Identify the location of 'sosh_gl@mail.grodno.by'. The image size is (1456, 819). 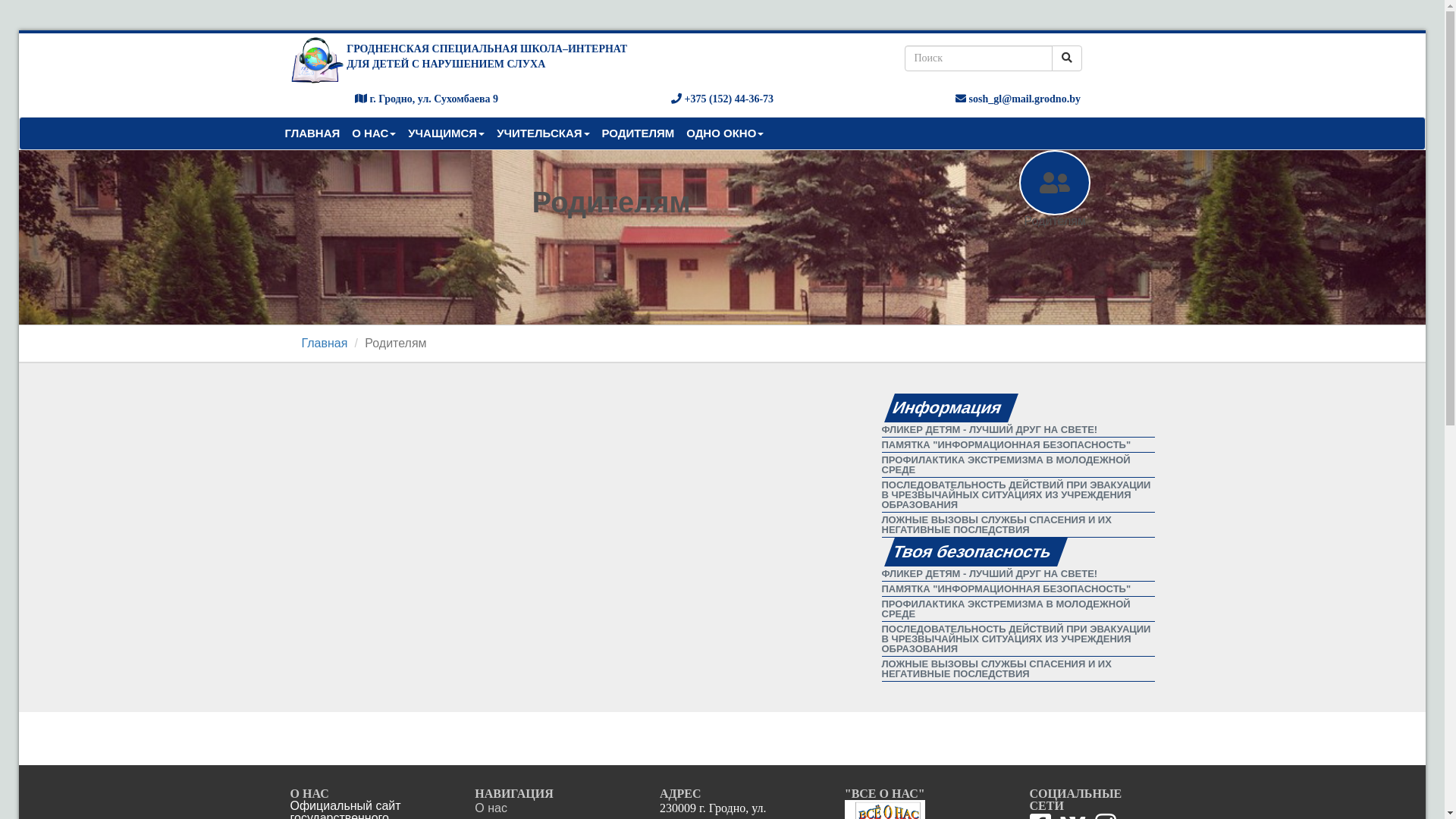
(1018, 99).